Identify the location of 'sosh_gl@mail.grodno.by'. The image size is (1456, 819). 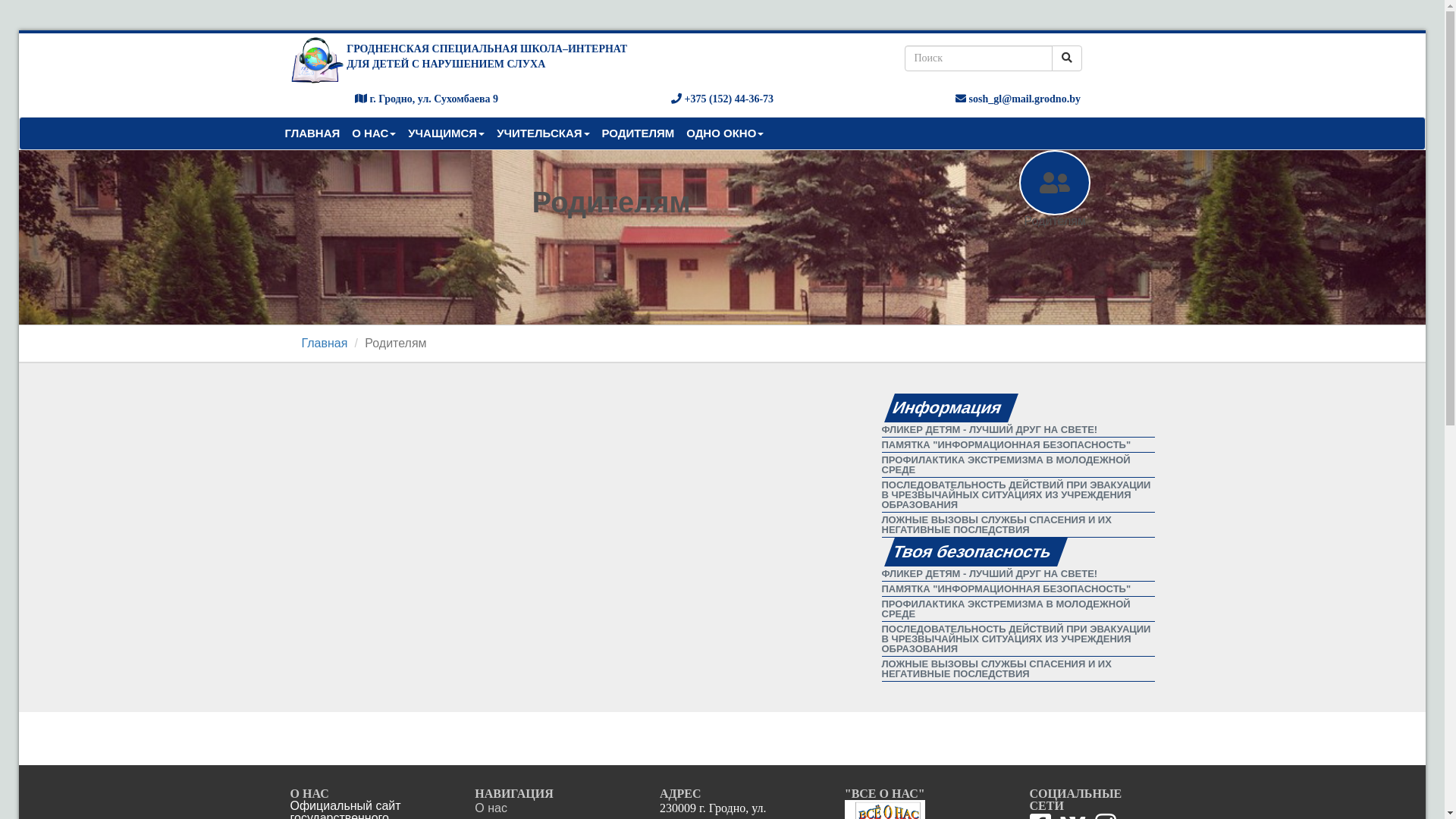
(1018, 99).